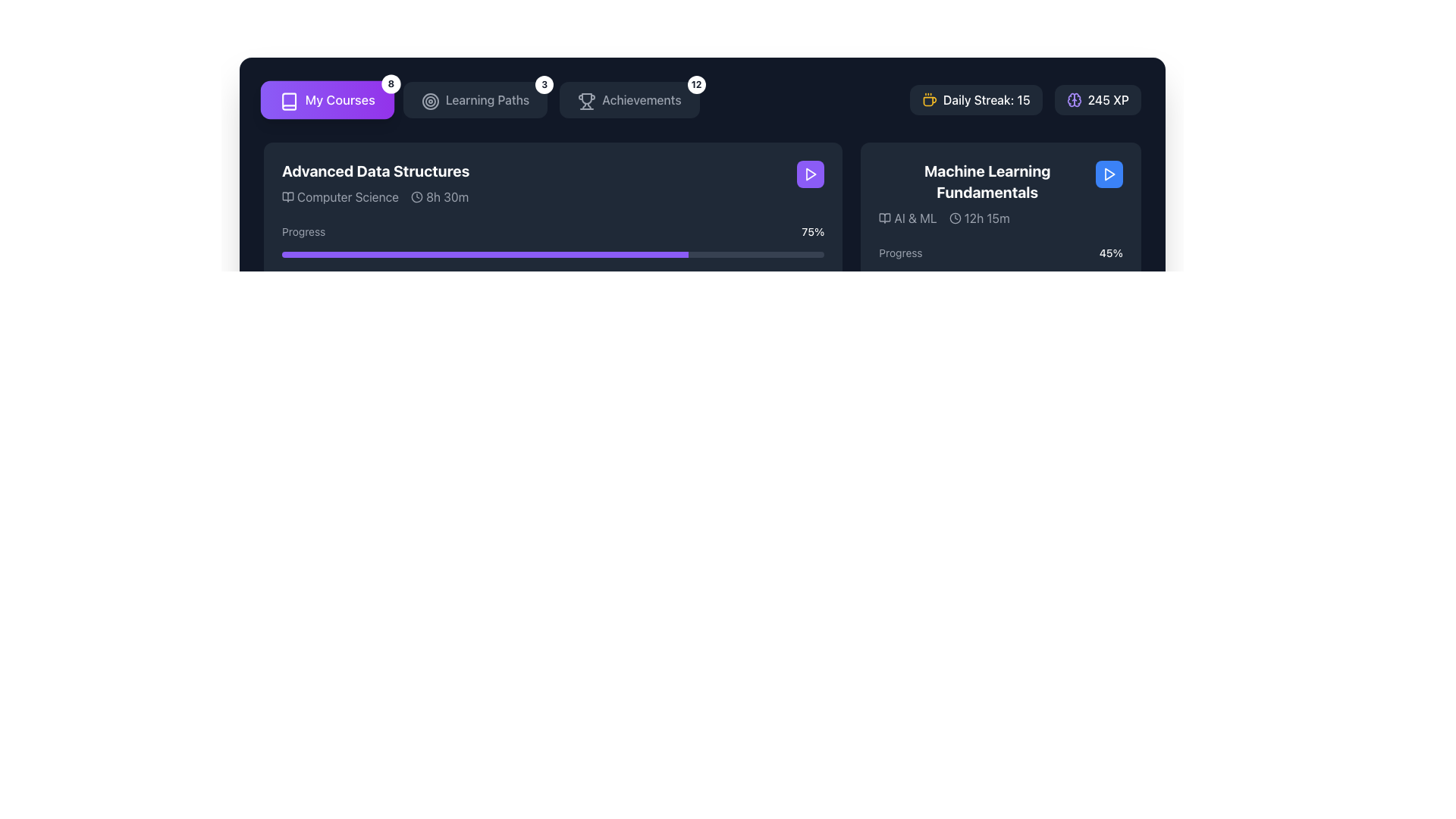 This screenshot has height=819, width=1456. What do you see at coordinates (1001, 275) in the screenshot?
I see `the progress value displayed on the horizontal progress bar located below the 'Progress' and '45%' indicators in the 'Machine Learning Fundamentals' card` at bounding box center [1001, 275].